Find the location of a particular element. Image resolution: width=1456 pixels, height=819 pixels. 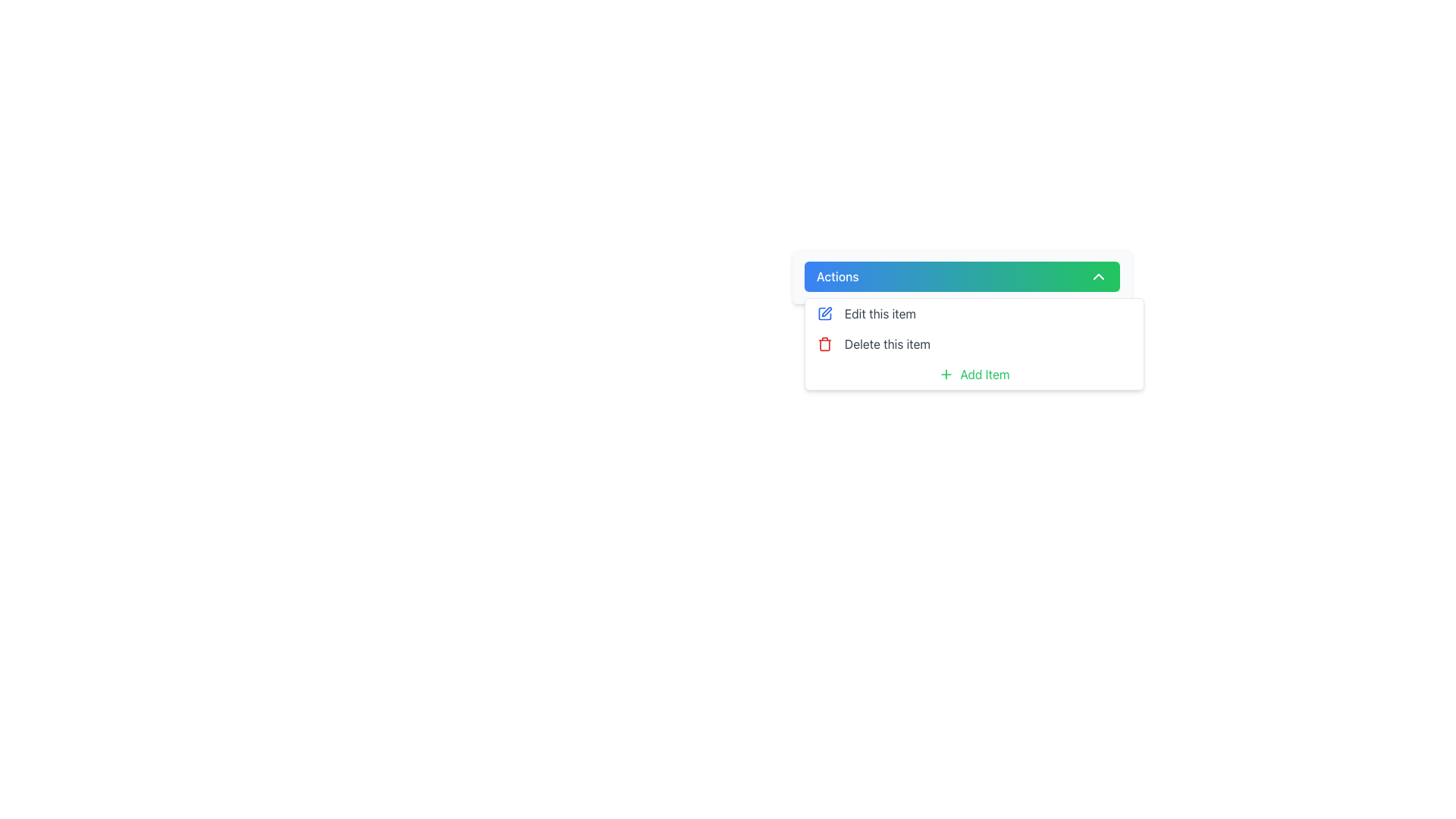

the plus sign icon located next to the 'Add Item' label in the dropdown menu is located at coordinates (946, 374).